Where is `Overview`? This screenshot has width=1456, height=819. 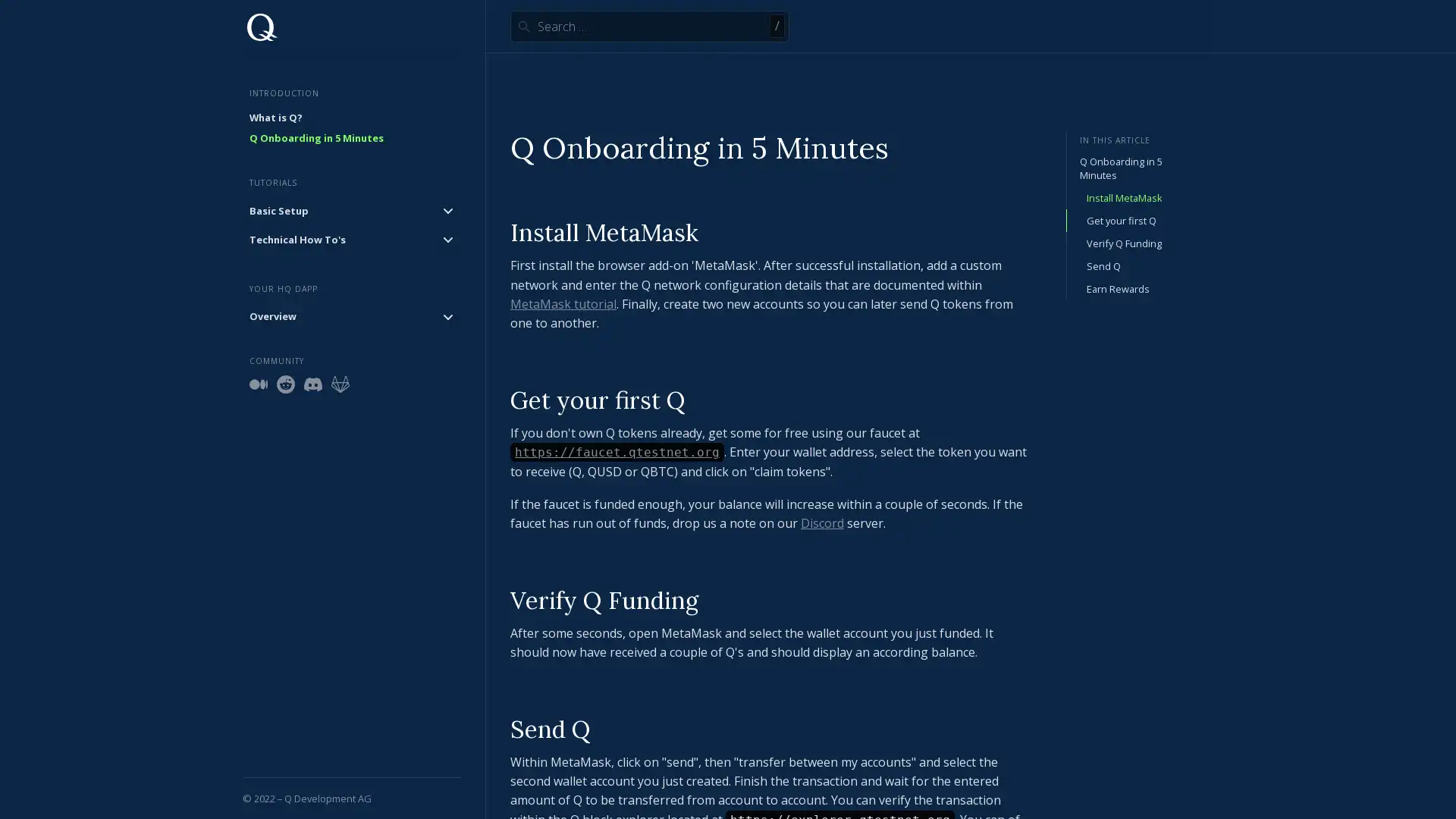 Overview is located at coordinates (351, 315).